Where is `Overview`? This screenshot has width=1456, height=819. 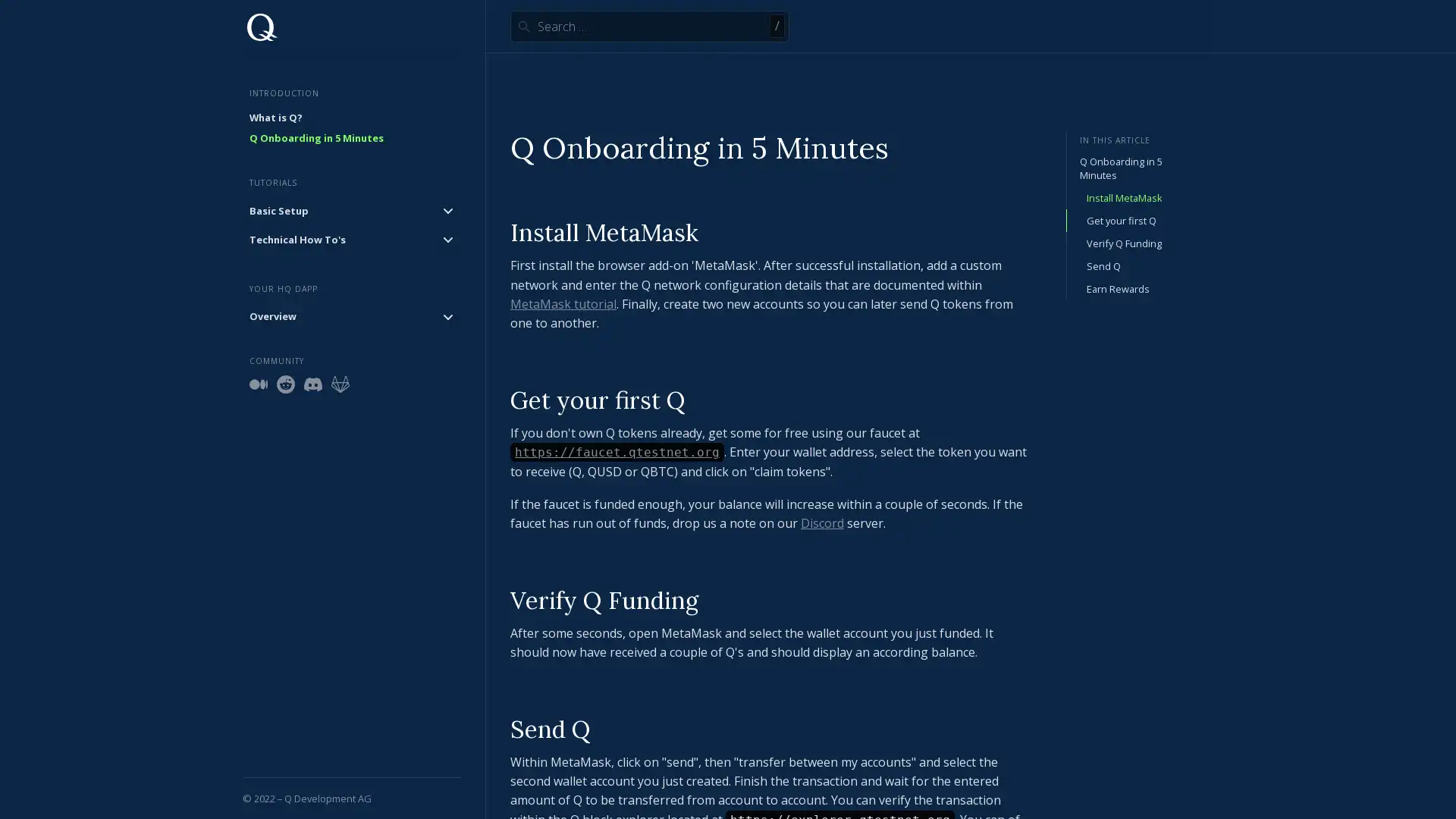 Overview is located at coordinates (351, 315).